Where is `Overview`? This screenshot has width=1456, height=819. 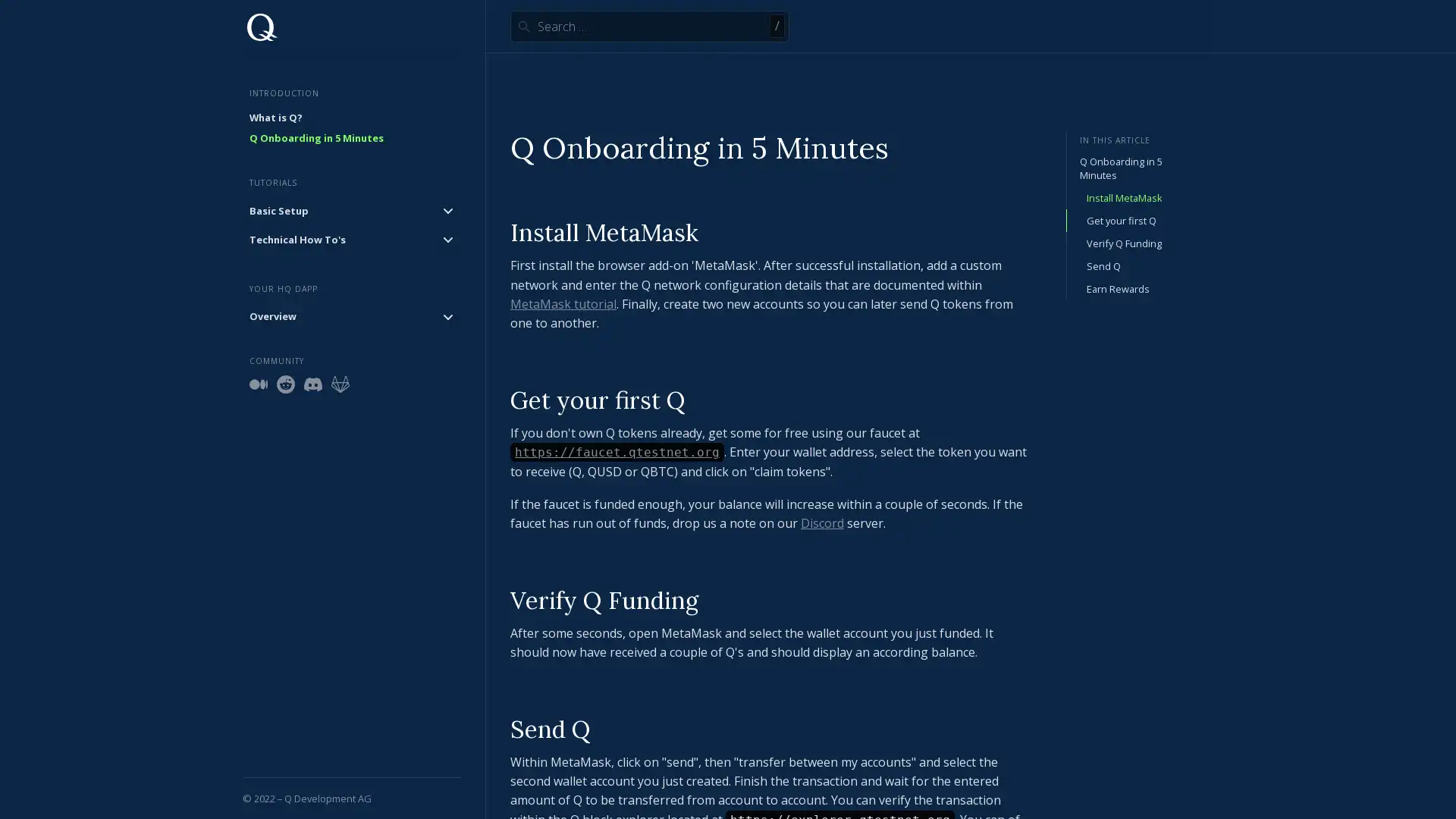 Overview is located at coordinates (351, 315).